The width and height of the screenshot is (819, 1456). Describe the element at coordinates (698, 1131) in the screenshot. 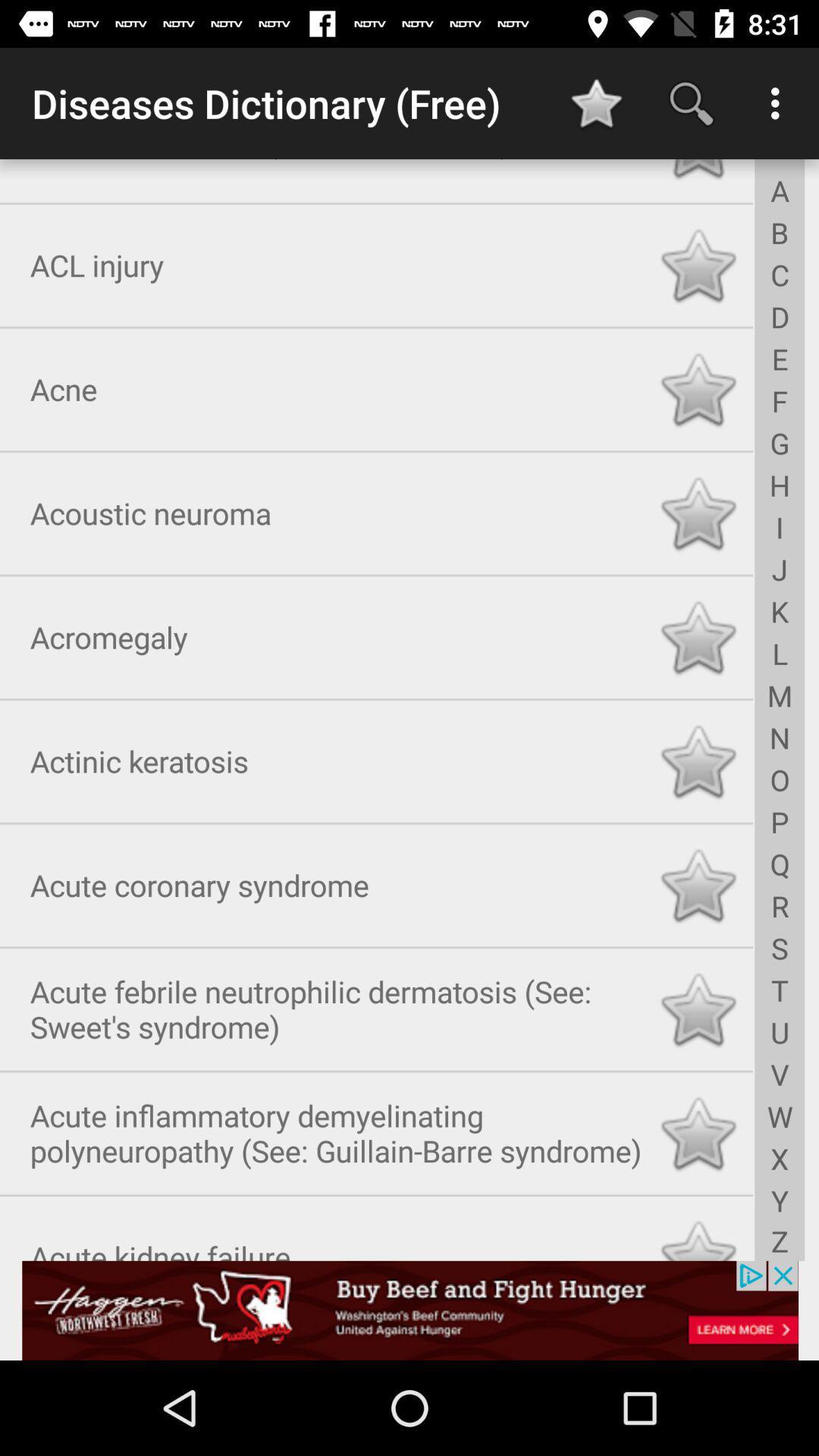

I see `highlight option` at that location.